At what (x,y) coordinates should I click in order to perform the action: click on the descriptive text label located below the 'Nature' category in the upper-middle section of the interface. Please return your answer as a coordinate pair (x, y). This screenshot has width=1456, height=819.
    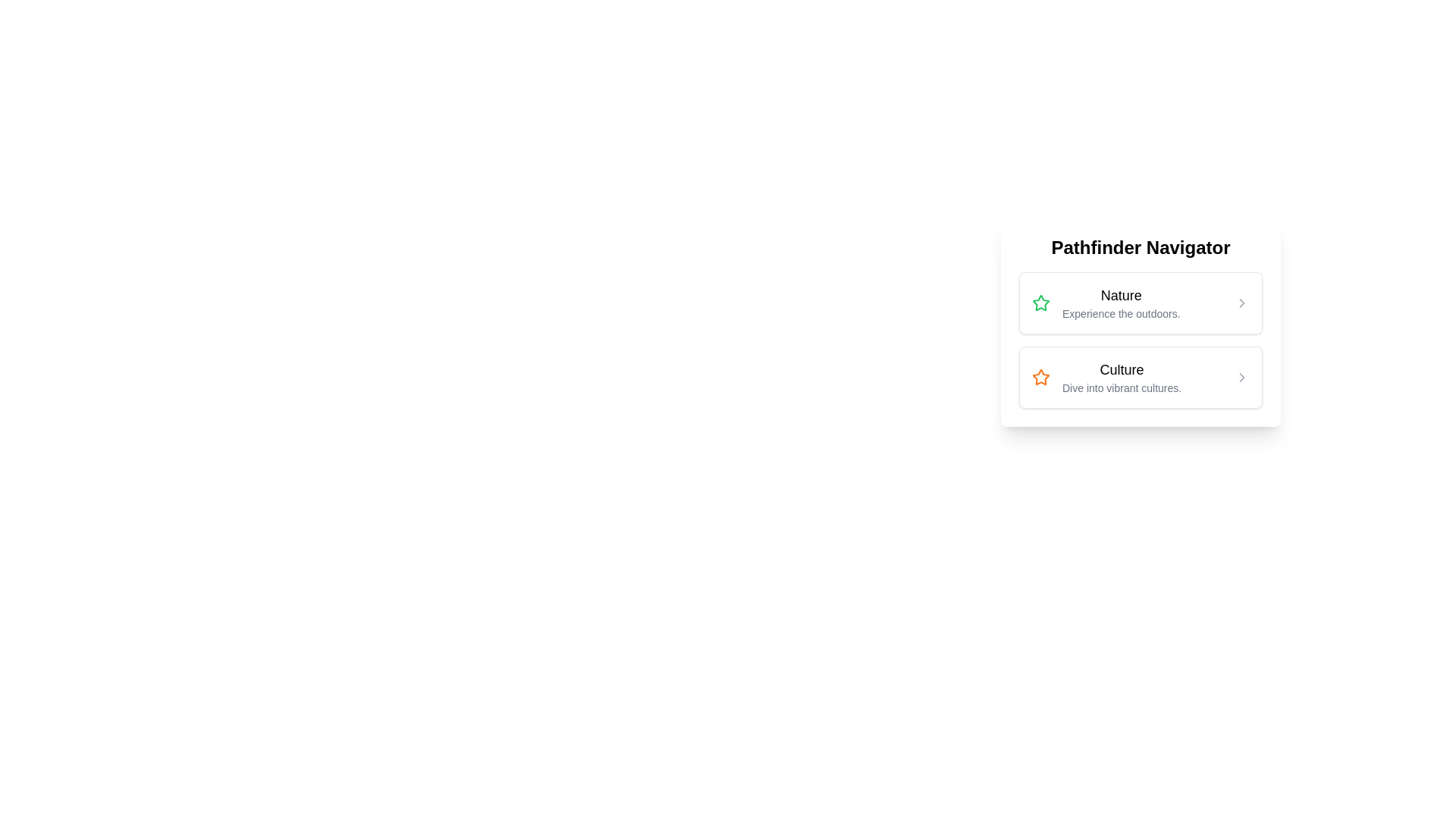
    Looking at the image, I should click on (1121, 312).